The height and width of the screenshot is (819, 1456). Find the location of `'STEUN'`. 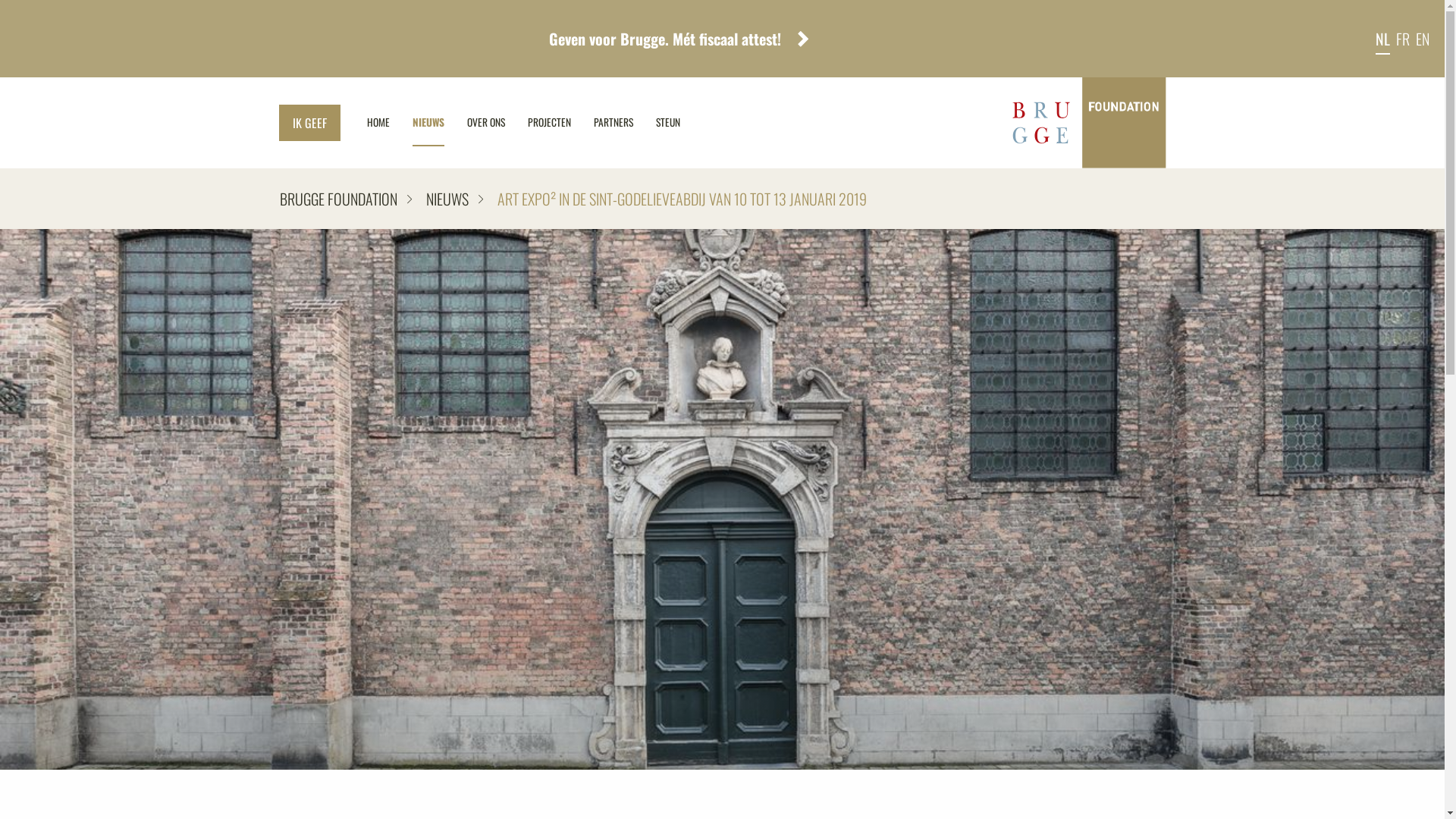

'STEUN' is located at coordinates (667, 122).